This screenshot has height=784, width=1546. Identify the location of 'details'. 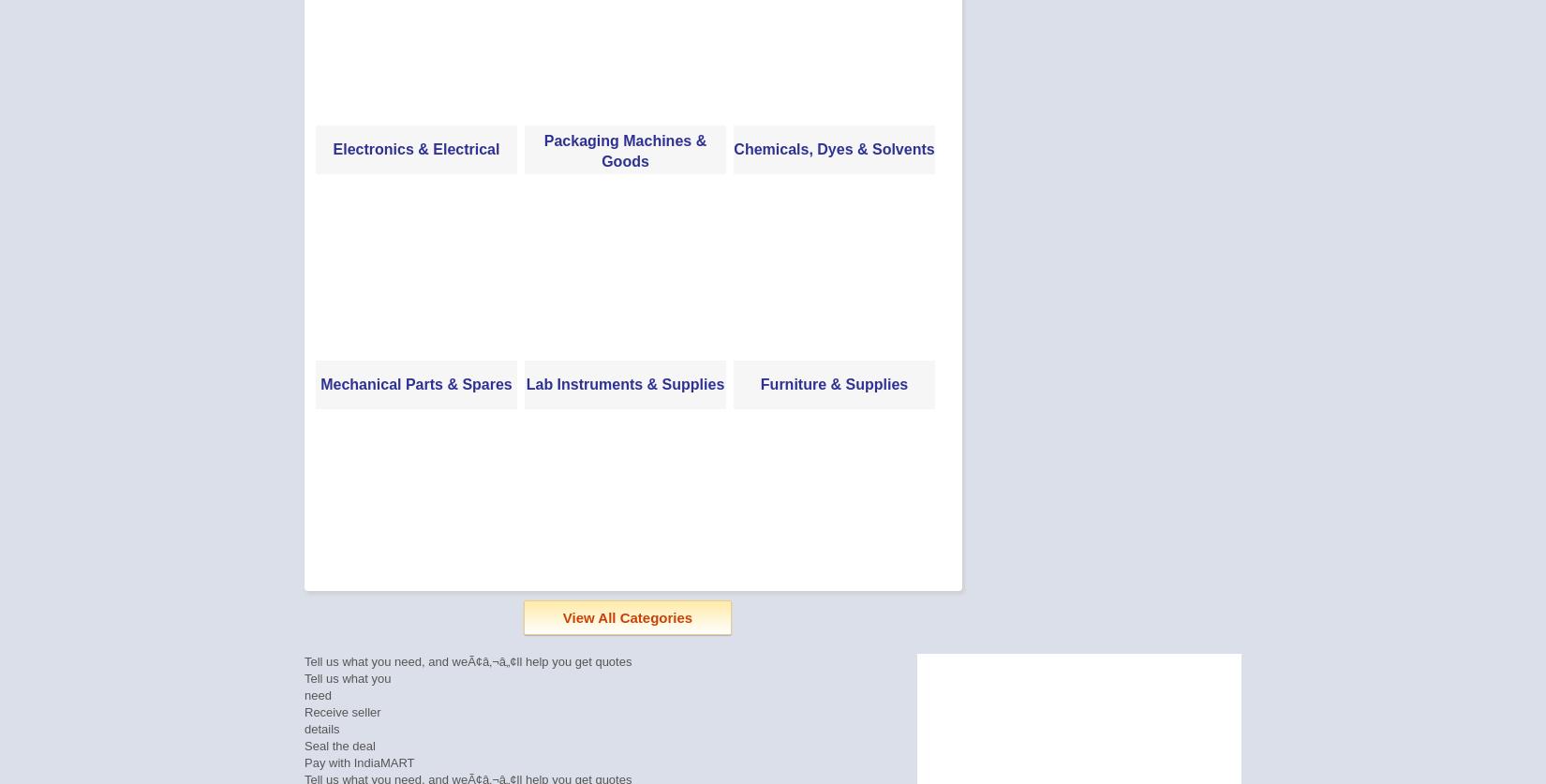
(305, 728).